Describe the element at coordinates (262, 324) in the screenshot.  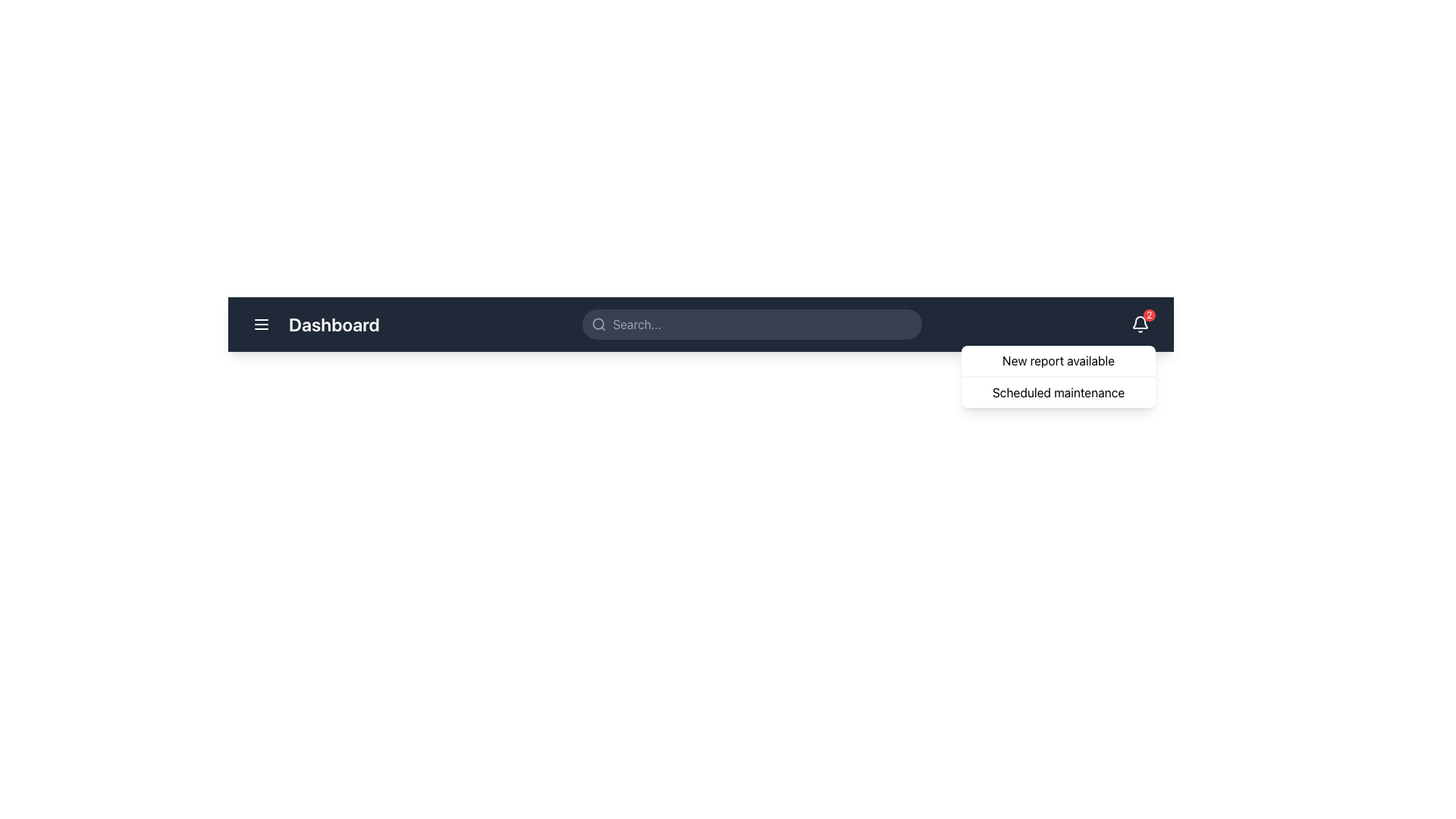
I see `the toggle button located to the left of the 'Dashboard' label in the navigation bar` at that location.